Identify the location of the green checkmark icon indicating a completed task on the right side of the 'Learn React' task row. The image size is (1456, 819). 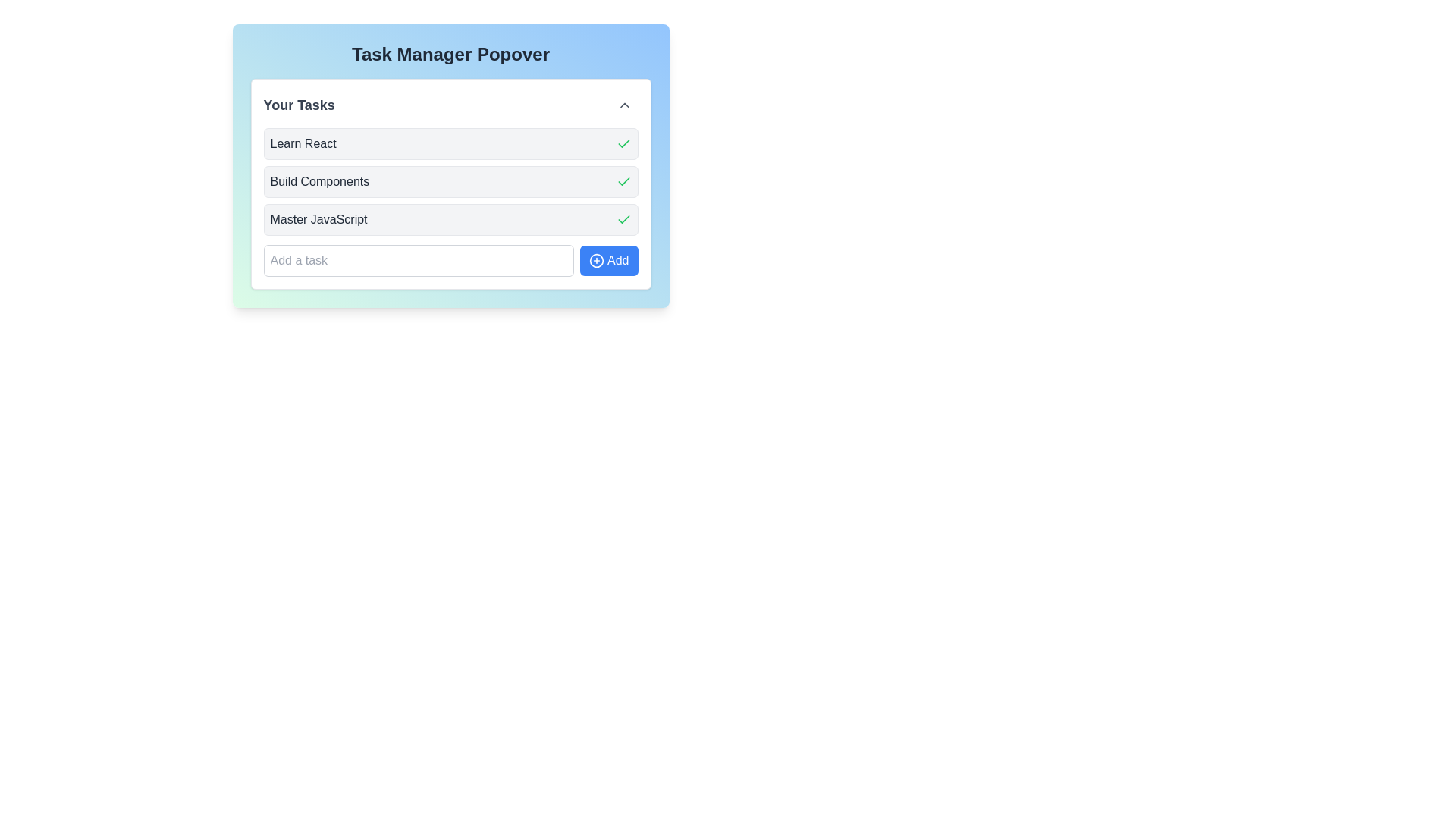
(623, 143).